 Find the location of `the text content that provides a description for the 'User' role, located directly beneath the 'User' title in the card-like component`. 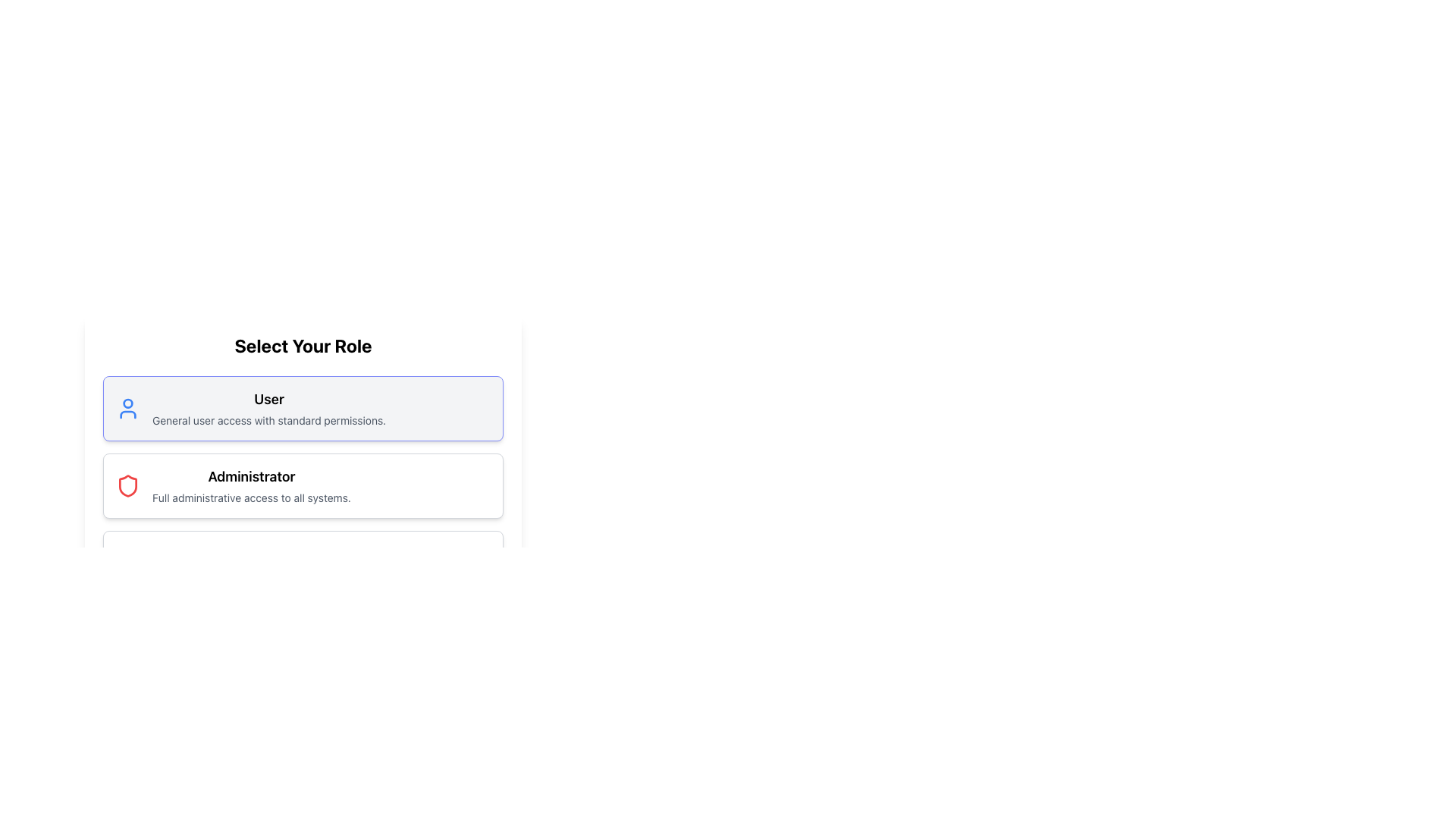

the text content that provides a description for the 'User' role, located directly beneath the 'User' title in the card-like component is located at coordinates (269, 421).